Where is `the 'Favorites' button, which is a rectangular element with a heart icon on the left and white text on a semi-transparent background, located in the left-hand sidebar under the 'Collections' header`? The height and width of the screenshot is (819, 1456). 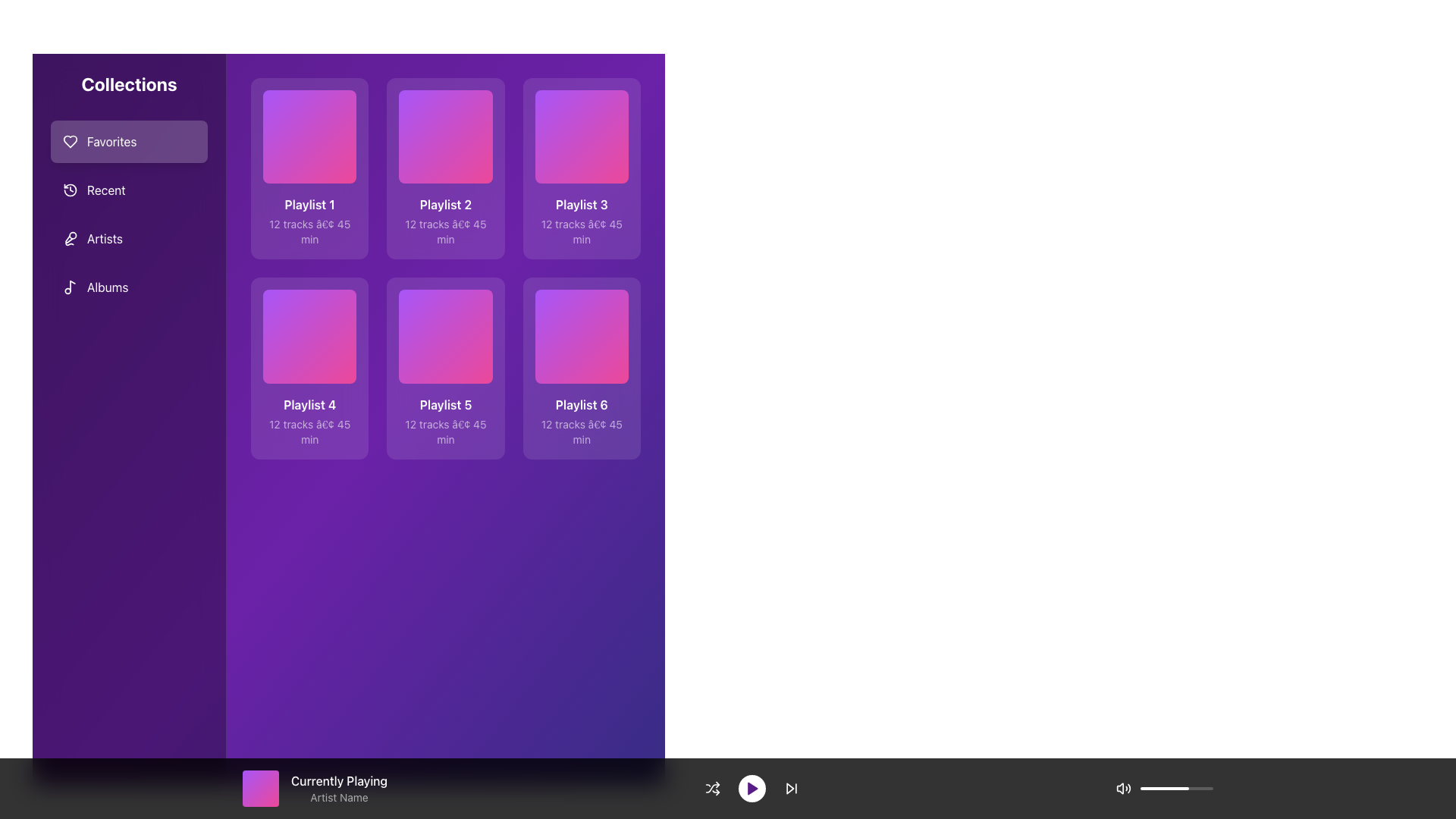 the 'Favorites' button, which is a rectangular element with a heart icon on the left and white text on a semi-transparent background, located in the left-hand sidebar under the 'Collections' header is located at coordinates (129, 141).